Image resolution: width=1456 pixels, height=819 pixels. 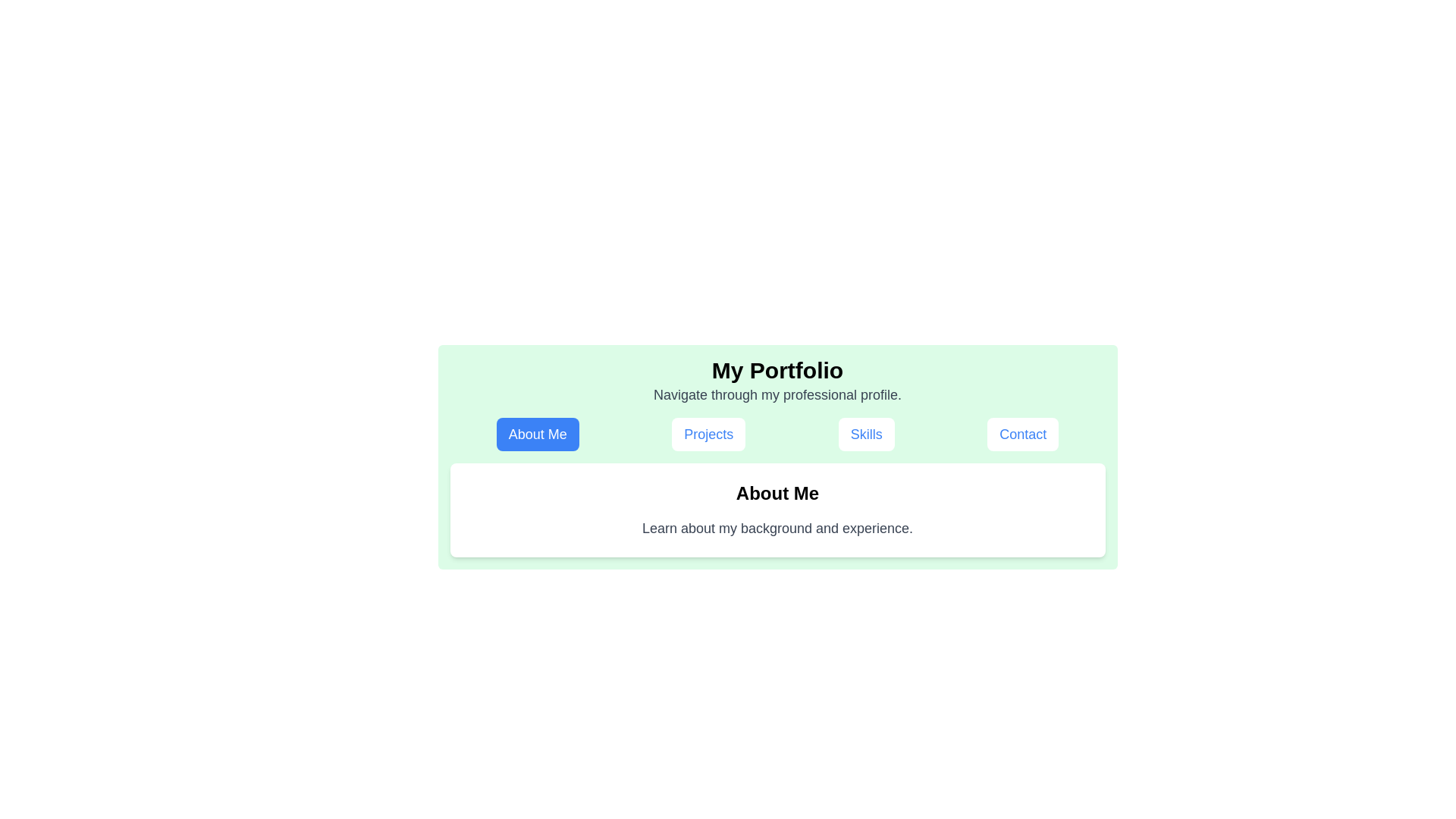 What do you see at coordinates (1022, 435) in the screenshot?
I see `the Contact tab to display its content` at bounding box center [1022, 435].